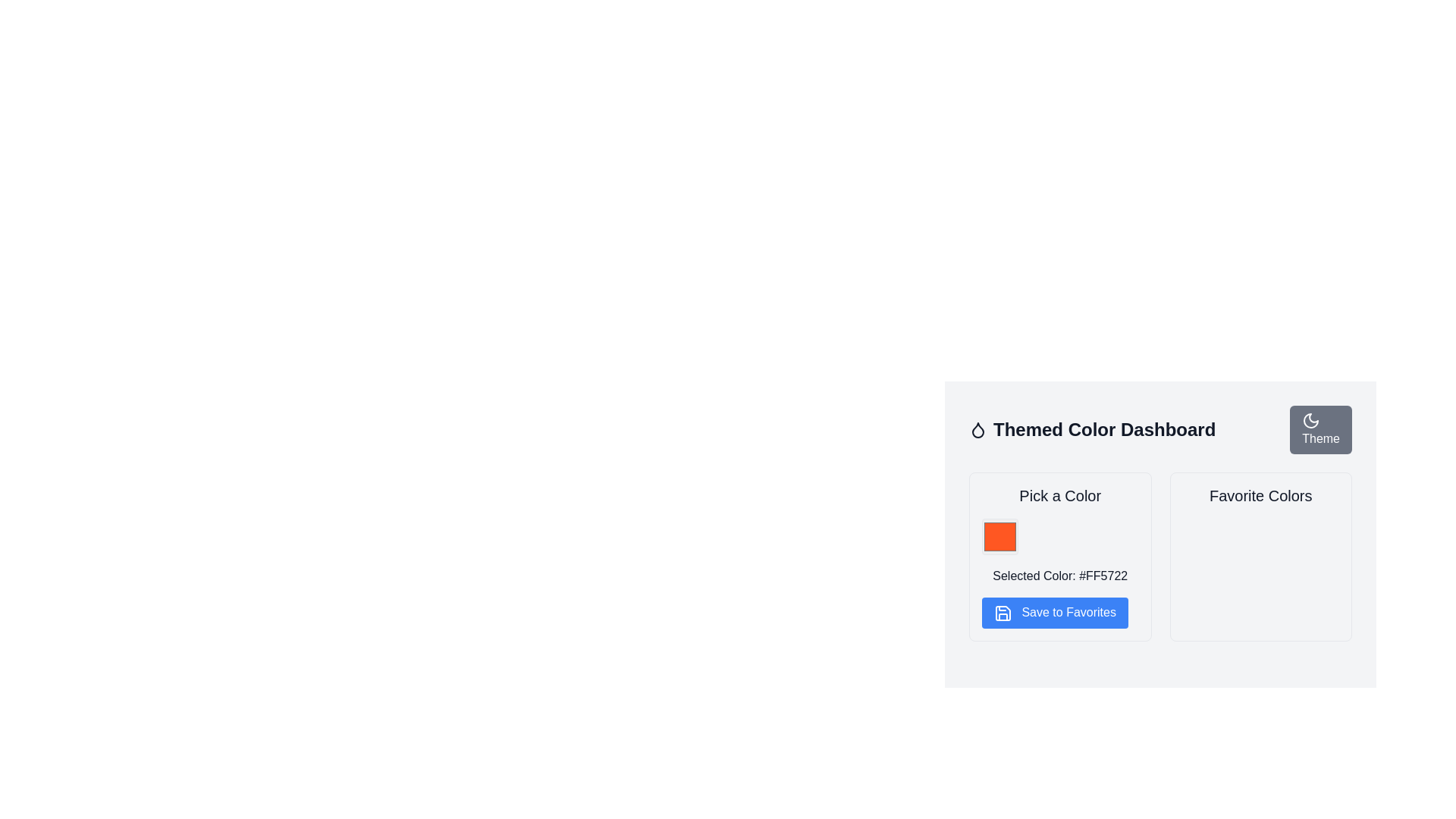 The width and height of the screenshot is (1456, 819). What do you see at coordinates (978, 430) in the screenshot?
I see `the decorative icon located in the top-left corner of the header area of the 'Themed Color Dashboard', which symbolizes water or color` at bounding box center [978, 430].